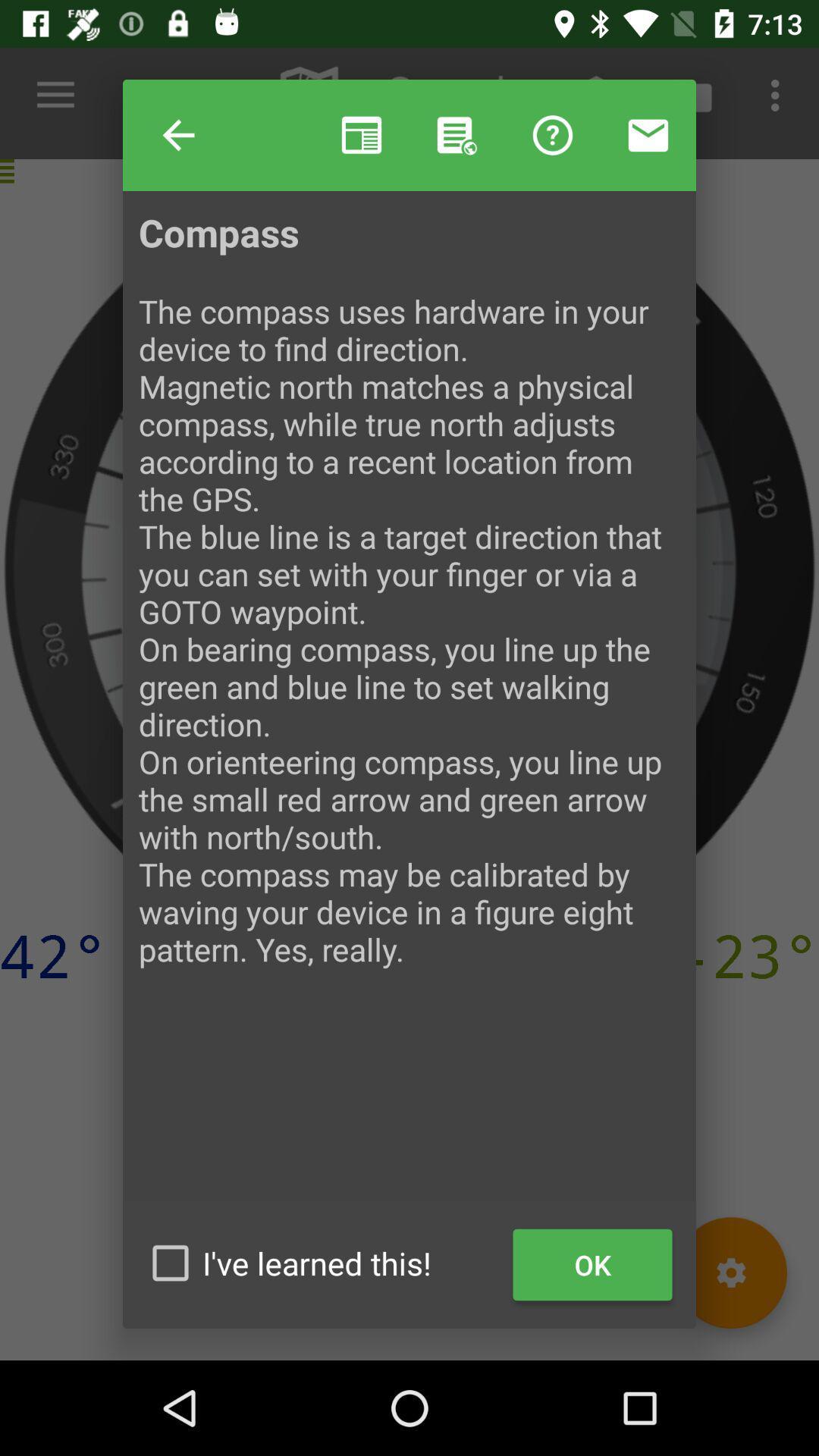 Image resolution: width=819 pixels, height=1456 pixels. Describe the element at coordinates (409, 703) in the screenshot. I see `the compass the compass at the center` at that location.